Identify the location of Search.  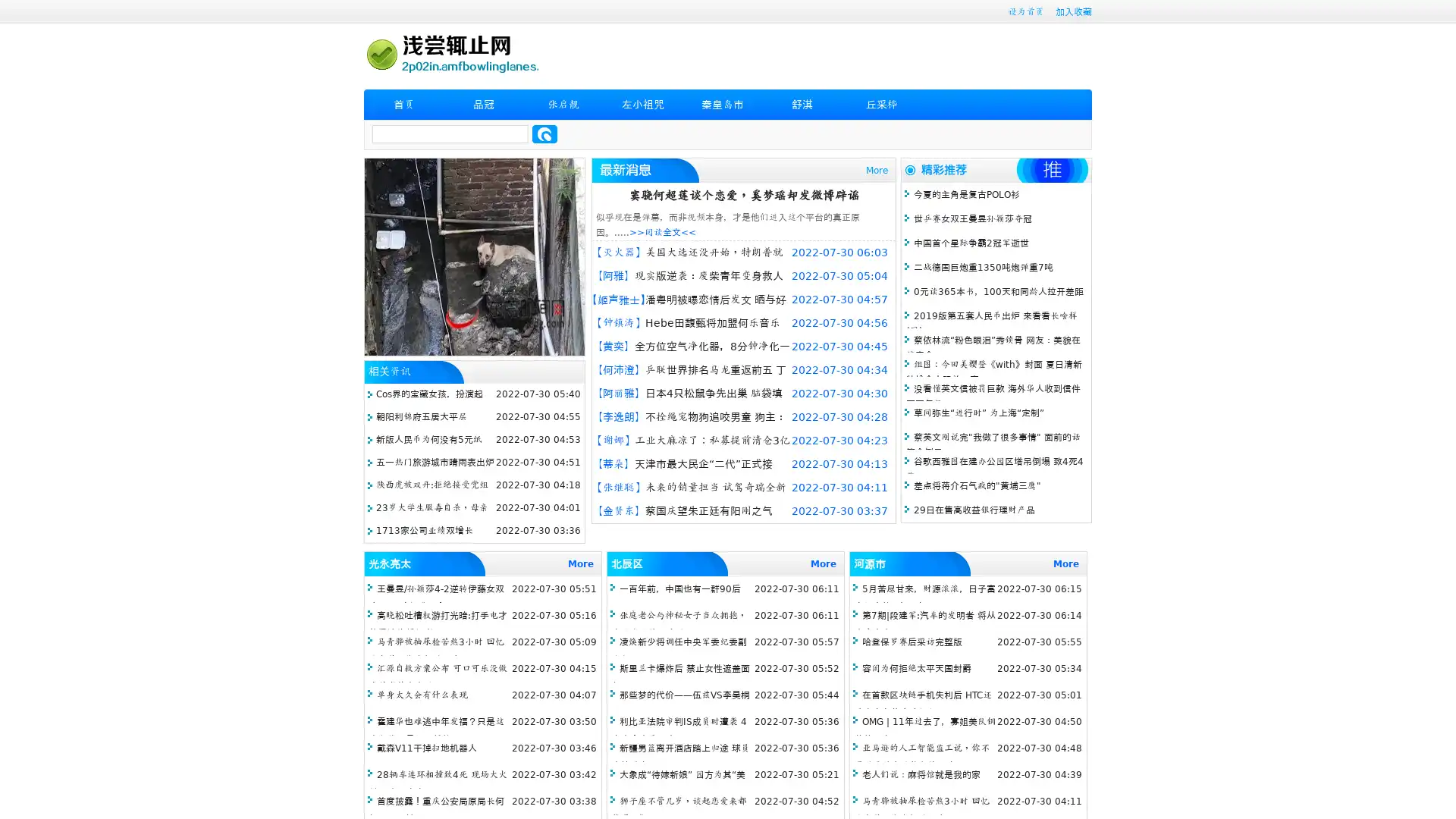
(544, 133).